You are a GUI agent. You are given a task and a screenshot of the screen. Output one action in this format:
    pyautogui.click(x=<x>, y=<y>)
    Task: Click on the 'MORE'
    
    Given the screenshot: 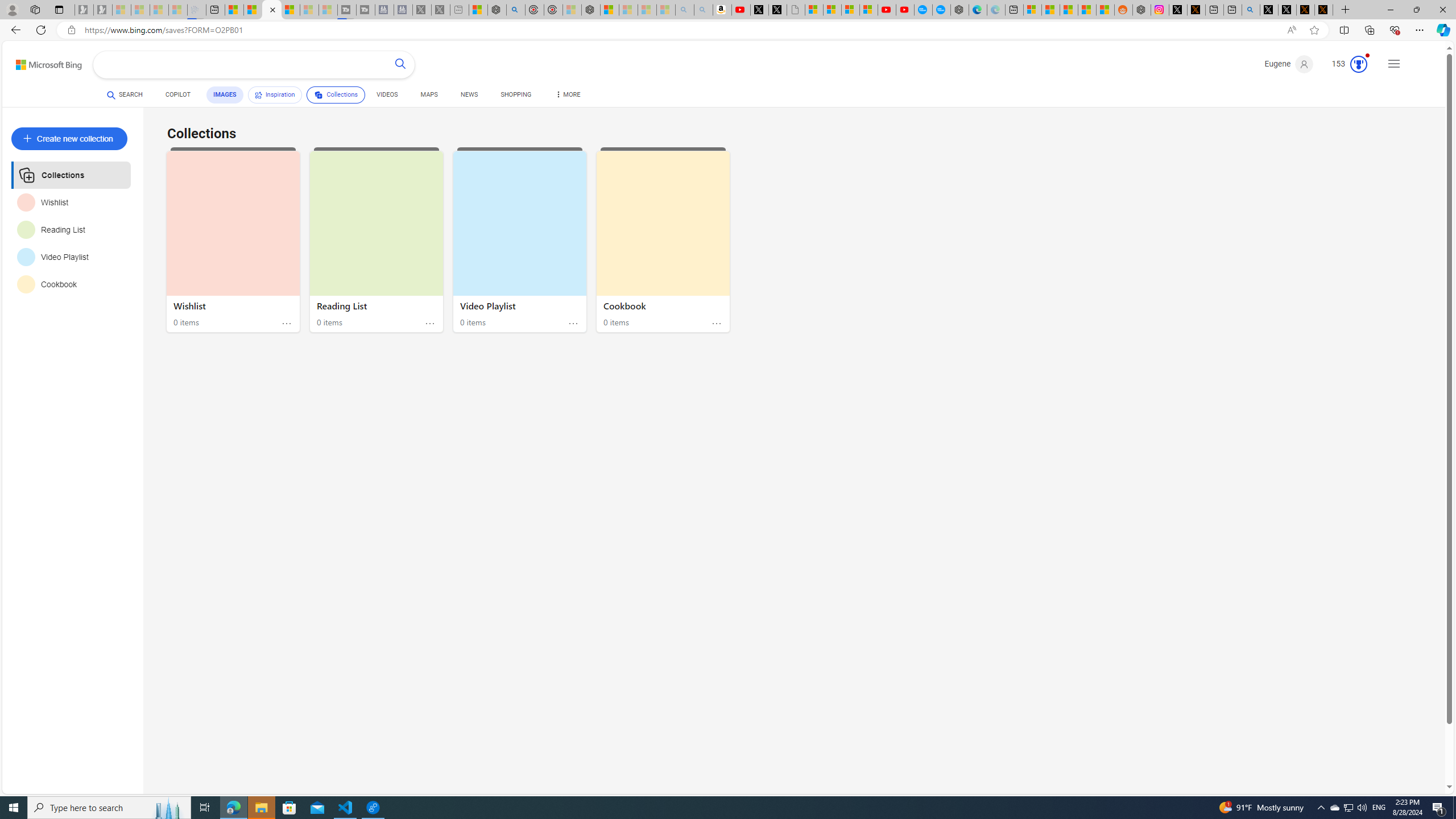 What is the action you would take?
    pyautogui.click(x=568, y=96)
    